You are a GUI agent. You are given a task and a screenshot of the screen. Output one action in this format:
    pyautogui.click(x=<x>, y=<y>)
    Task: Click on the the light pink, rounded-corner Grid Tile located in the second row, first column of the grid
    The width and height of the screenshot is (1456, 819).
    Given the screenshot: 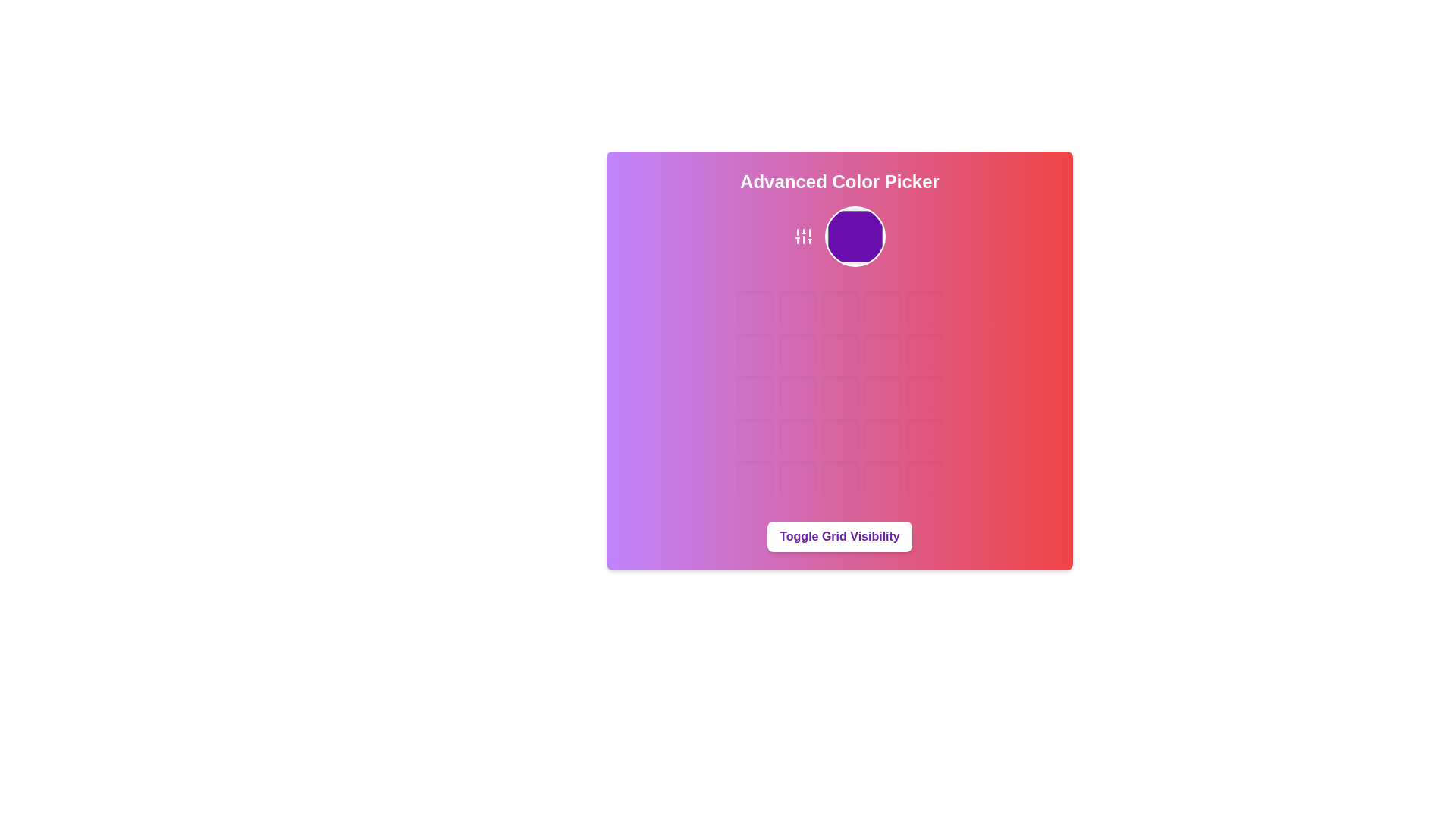 What is the action you would take?
    pyautogui.click(x=755, y=351)
    